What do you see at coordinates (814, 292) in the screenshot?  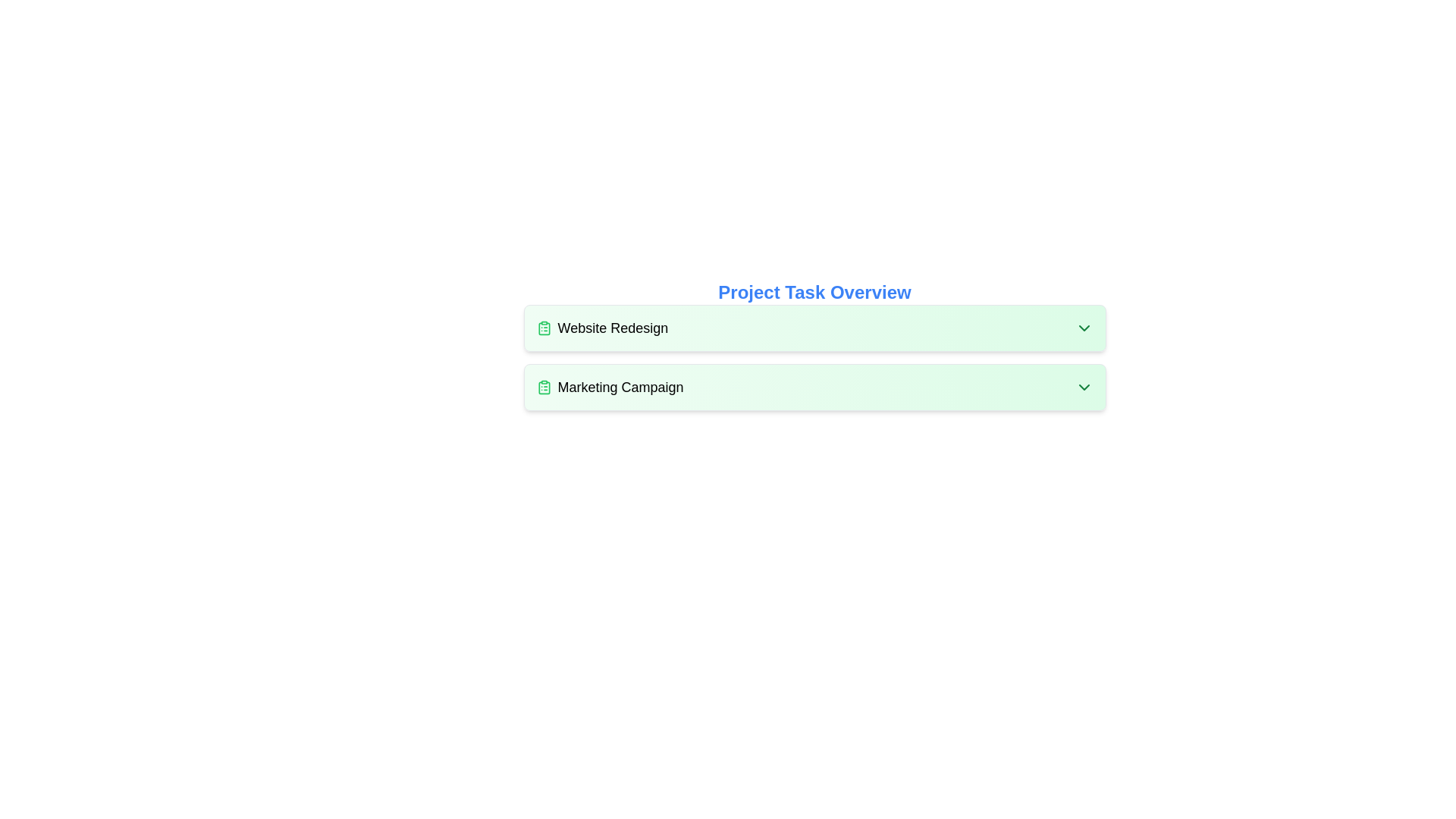 I see `the Text Header element that serves as the title for the content below, providing context for the section` at bounding box center [814, 292].